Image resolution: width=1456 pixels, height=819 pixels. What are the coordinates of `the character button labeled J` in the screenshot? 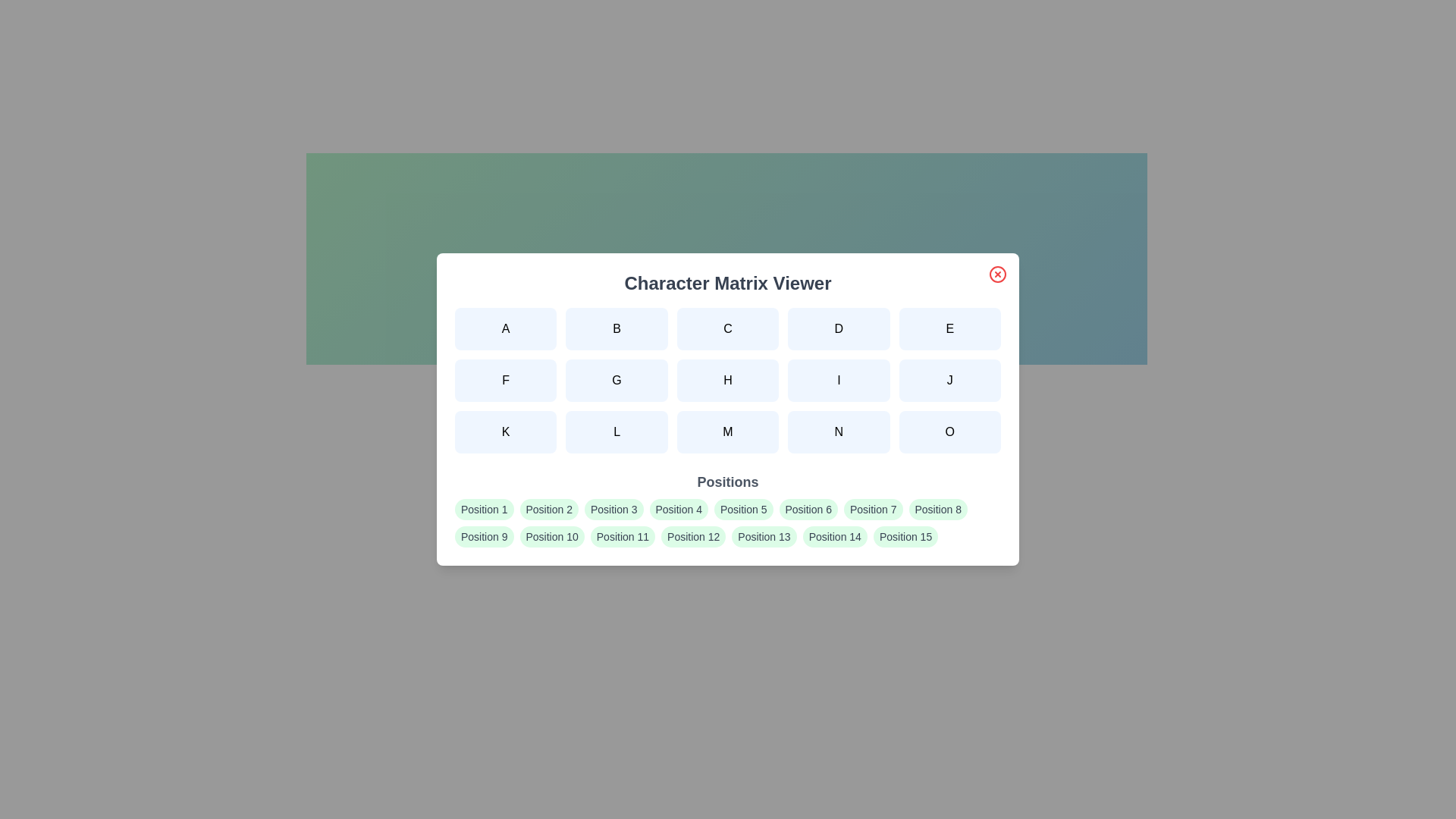 It's located at (949, 379).